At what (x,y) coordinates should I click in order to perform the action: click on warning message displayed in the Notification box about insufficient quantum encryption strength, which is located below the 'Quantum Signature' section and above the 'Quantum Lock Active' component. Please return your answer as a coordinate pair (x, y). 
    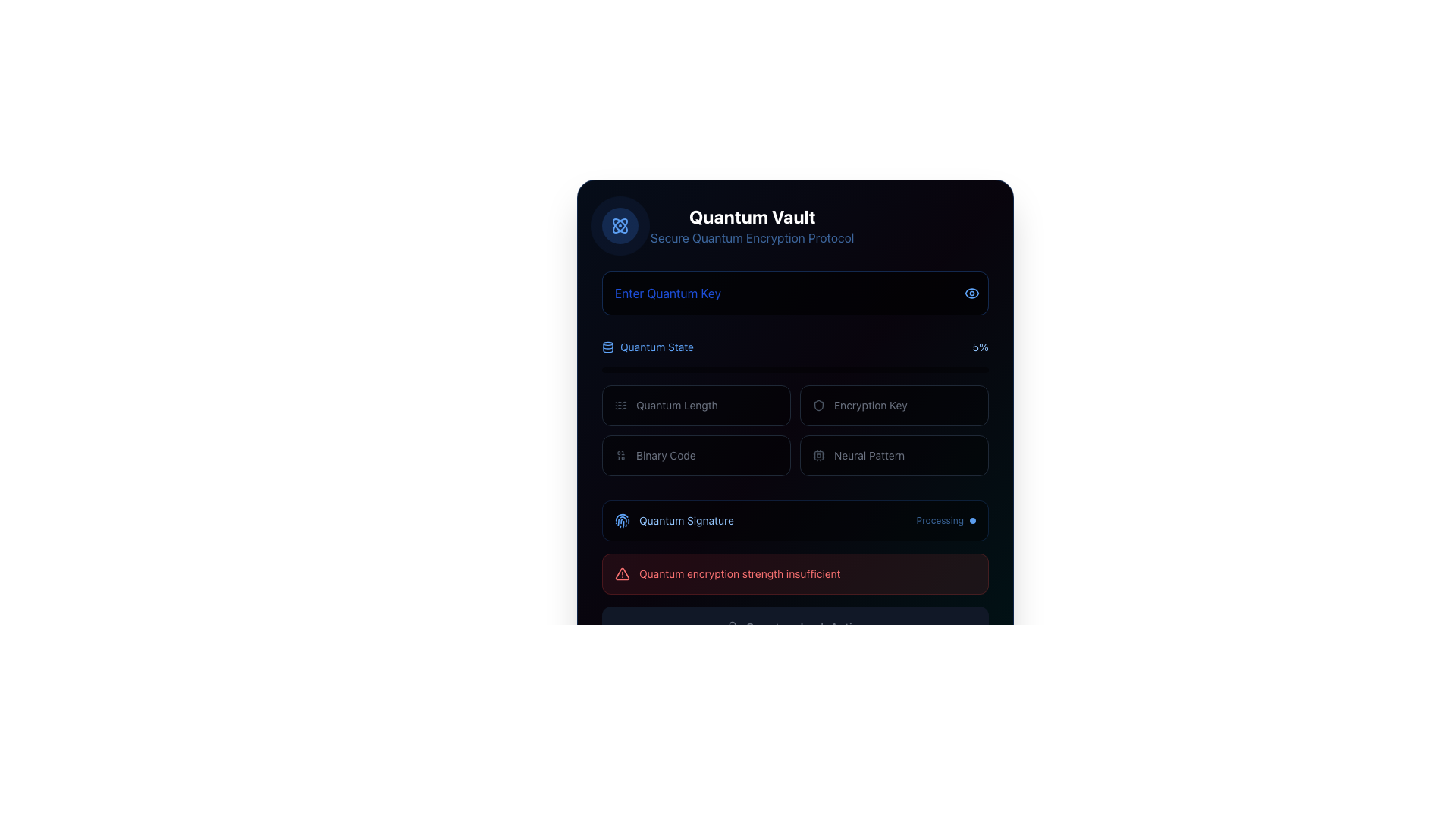
    Looking at the image, I should click on (795, 573).